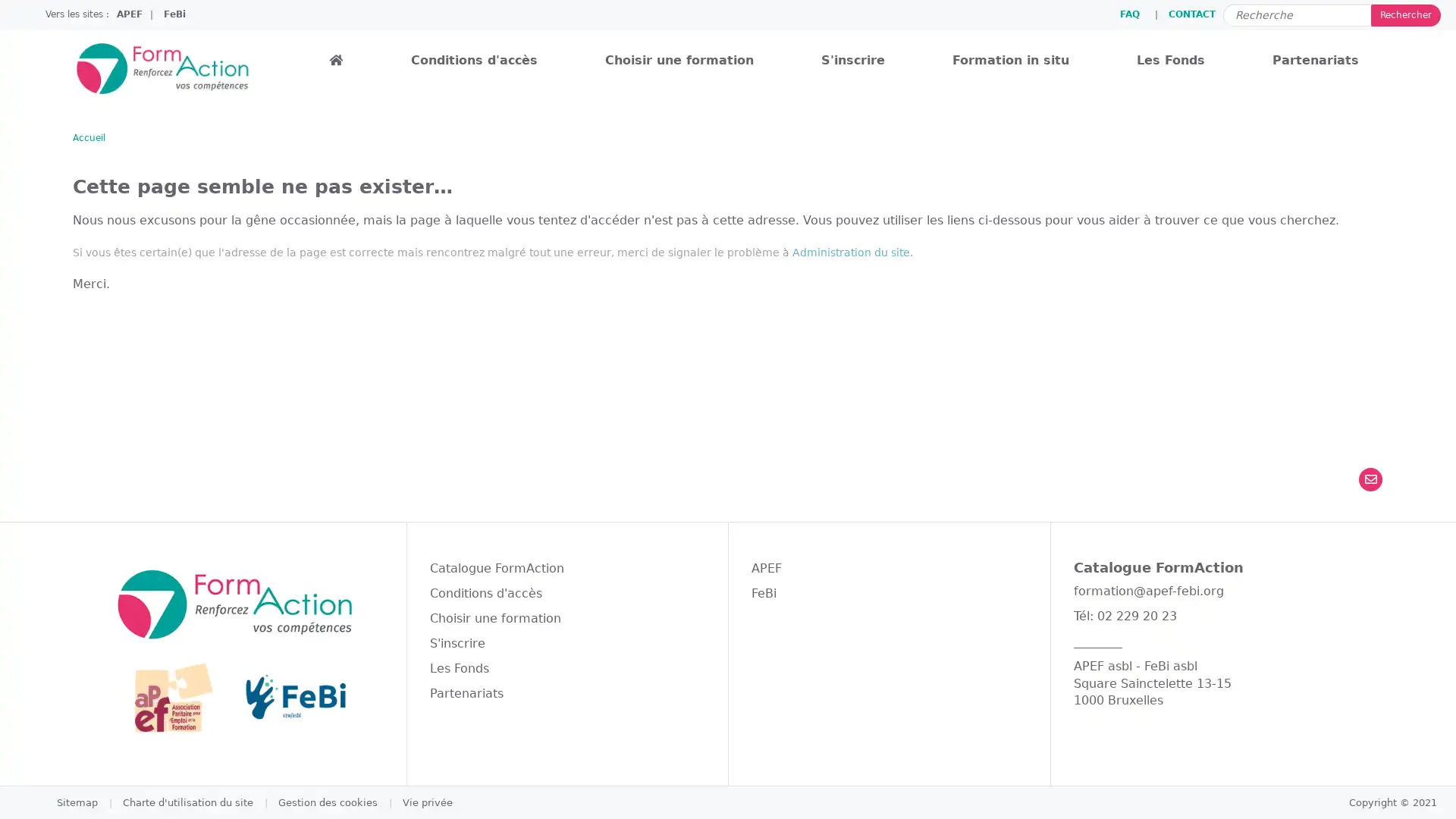  I want to click on Rechercher, so click(1404, 14).